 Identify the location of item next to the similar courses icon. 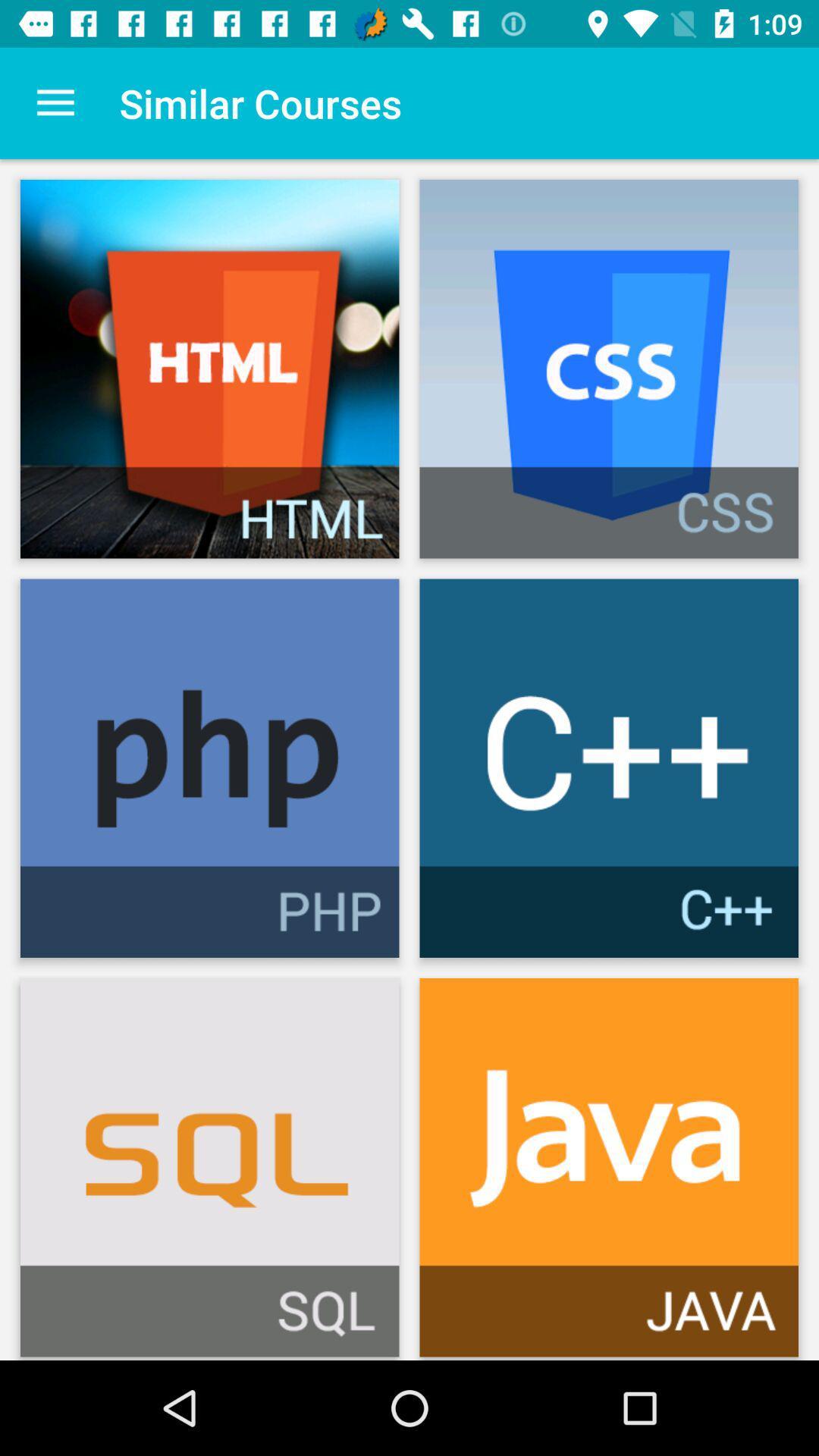
(55, 102).